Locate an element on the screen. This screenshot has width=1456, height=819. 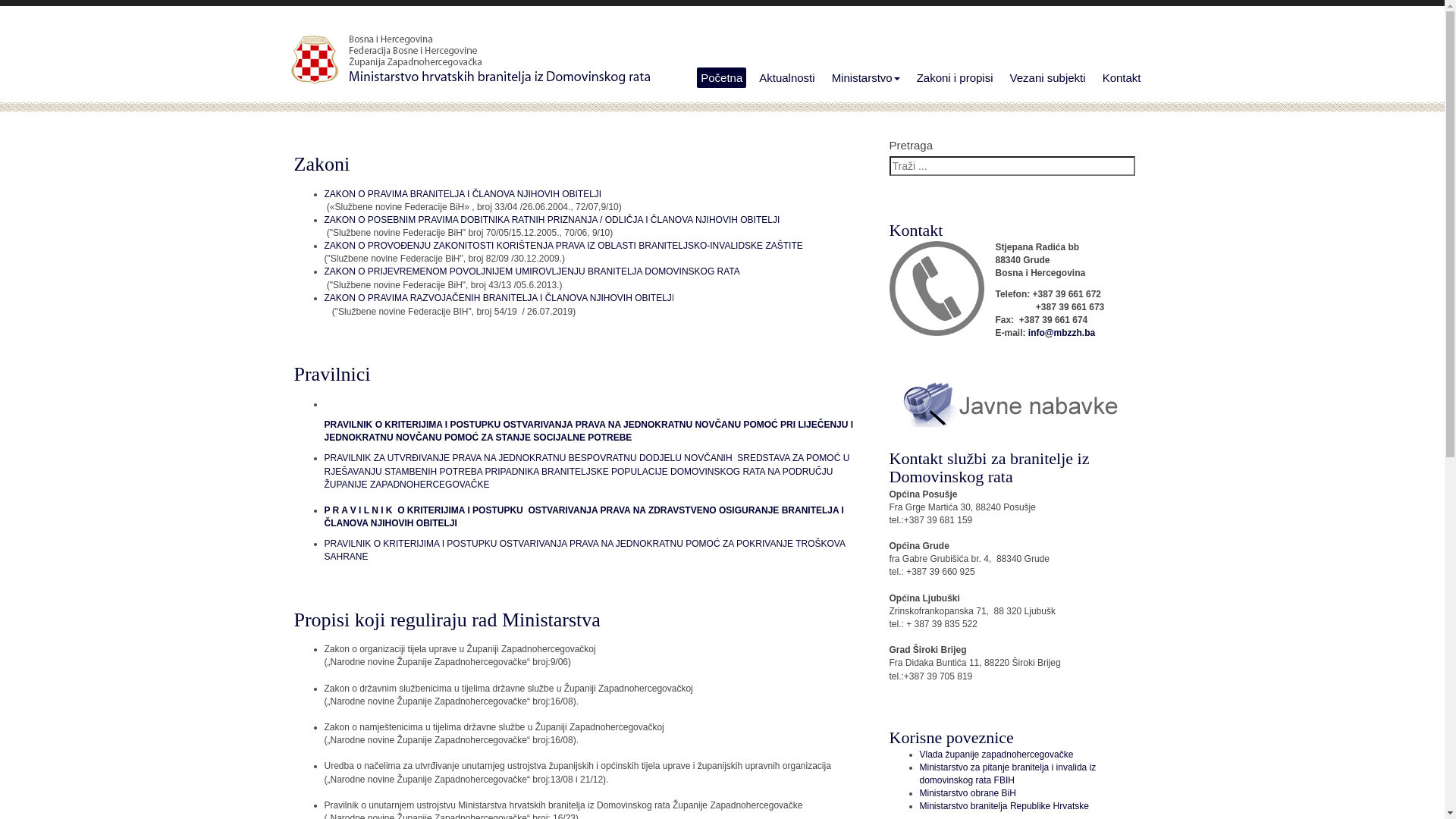
'Aktualnosti' is located at coordinates (755, 77).